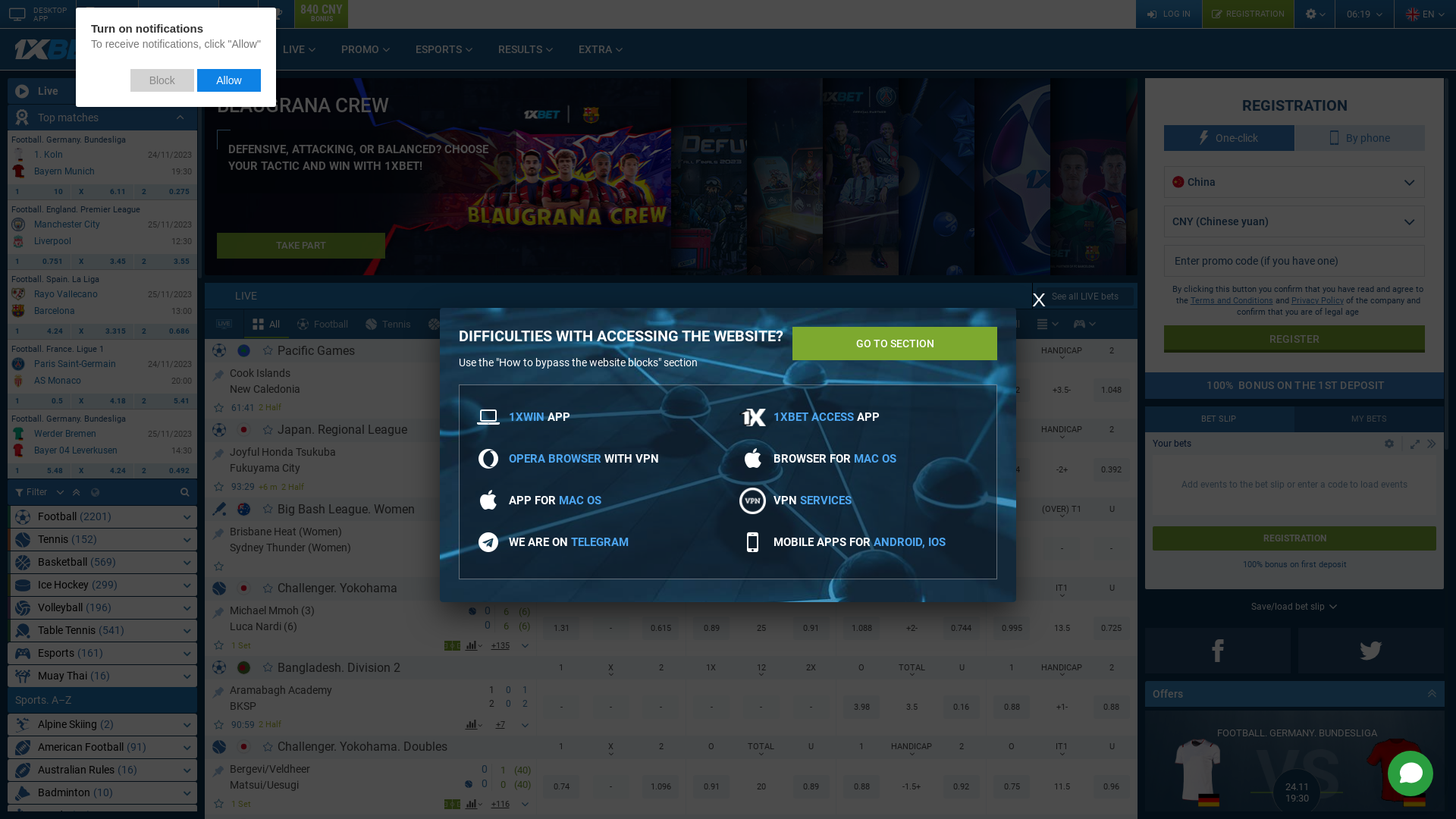 The width and height of the screenshot is (1456, 819). What do you see at coordinates (351, 458) in the screenshot?
I see `'Joyful Honda Tsukuba` at bounding box center [351, 458].